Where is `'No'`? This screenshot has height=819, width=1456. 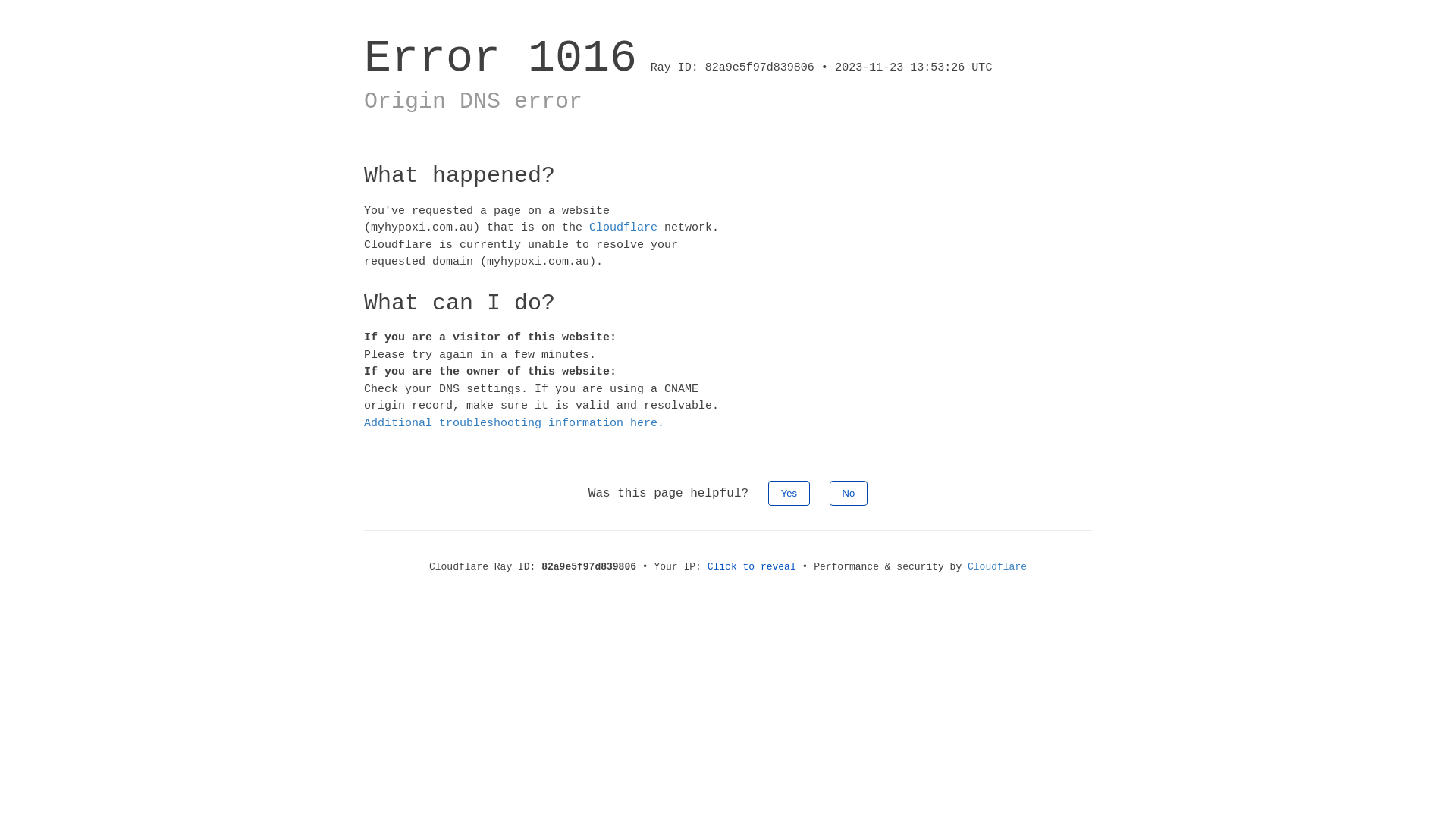 'No' is located at coordinates (829, 493).